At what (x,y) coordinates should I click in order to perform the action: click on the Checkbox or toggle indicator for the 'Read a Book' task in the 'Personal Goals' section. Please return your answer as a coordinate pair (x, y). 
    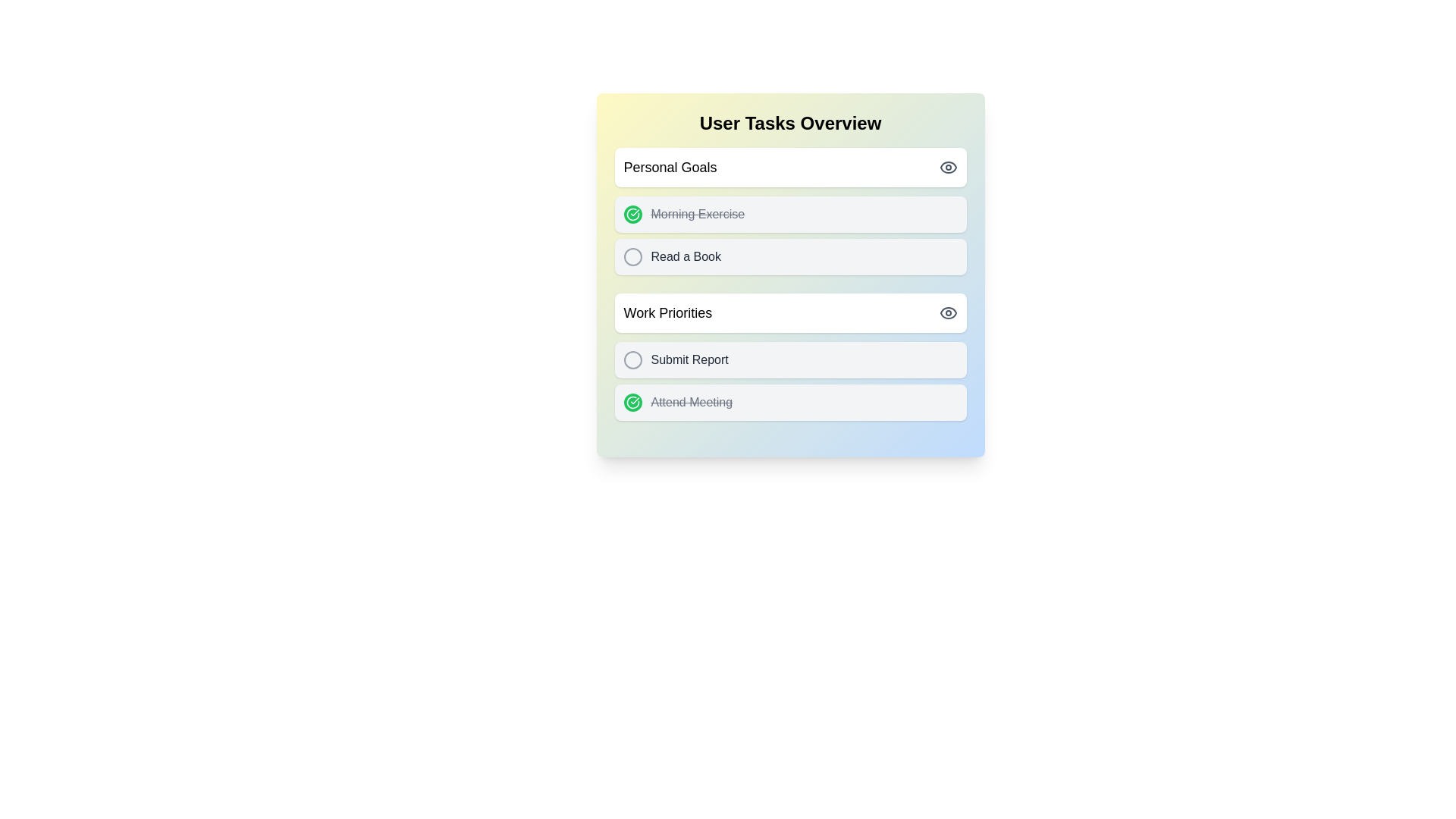
    Looking at the image, I should click on (632, 256).